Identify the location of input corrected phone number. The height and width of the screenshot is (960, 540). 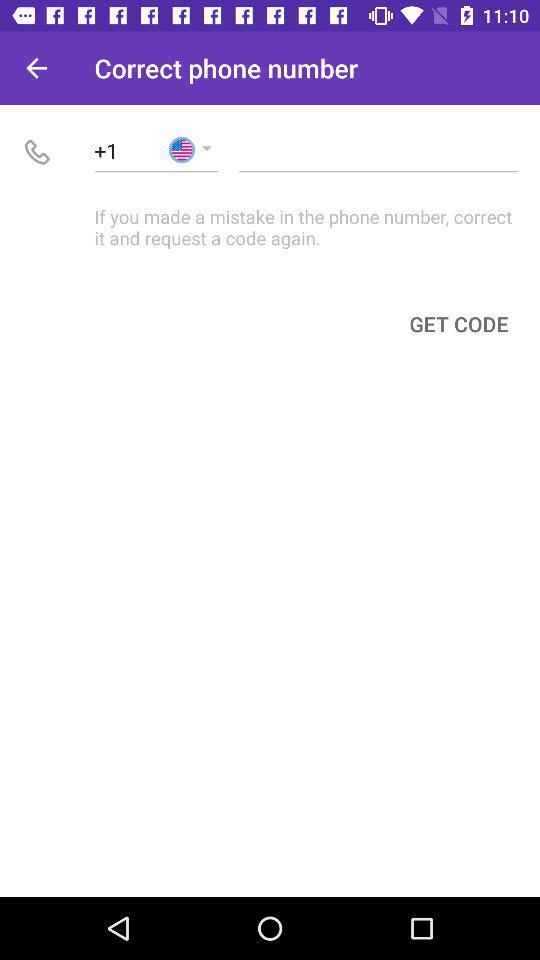
(378, 149).